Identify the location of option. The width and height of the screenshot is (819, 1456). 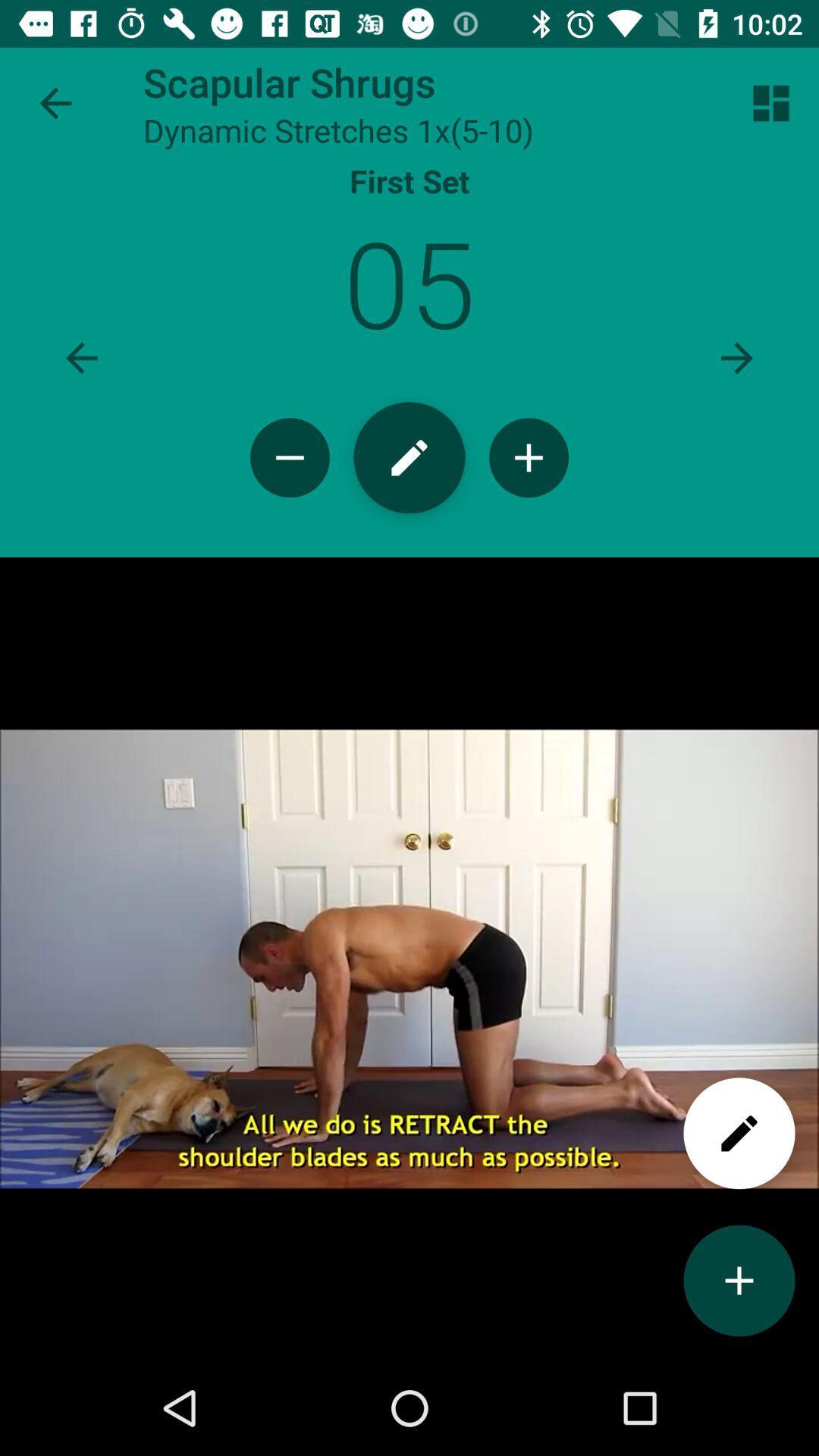
(739, 1280).